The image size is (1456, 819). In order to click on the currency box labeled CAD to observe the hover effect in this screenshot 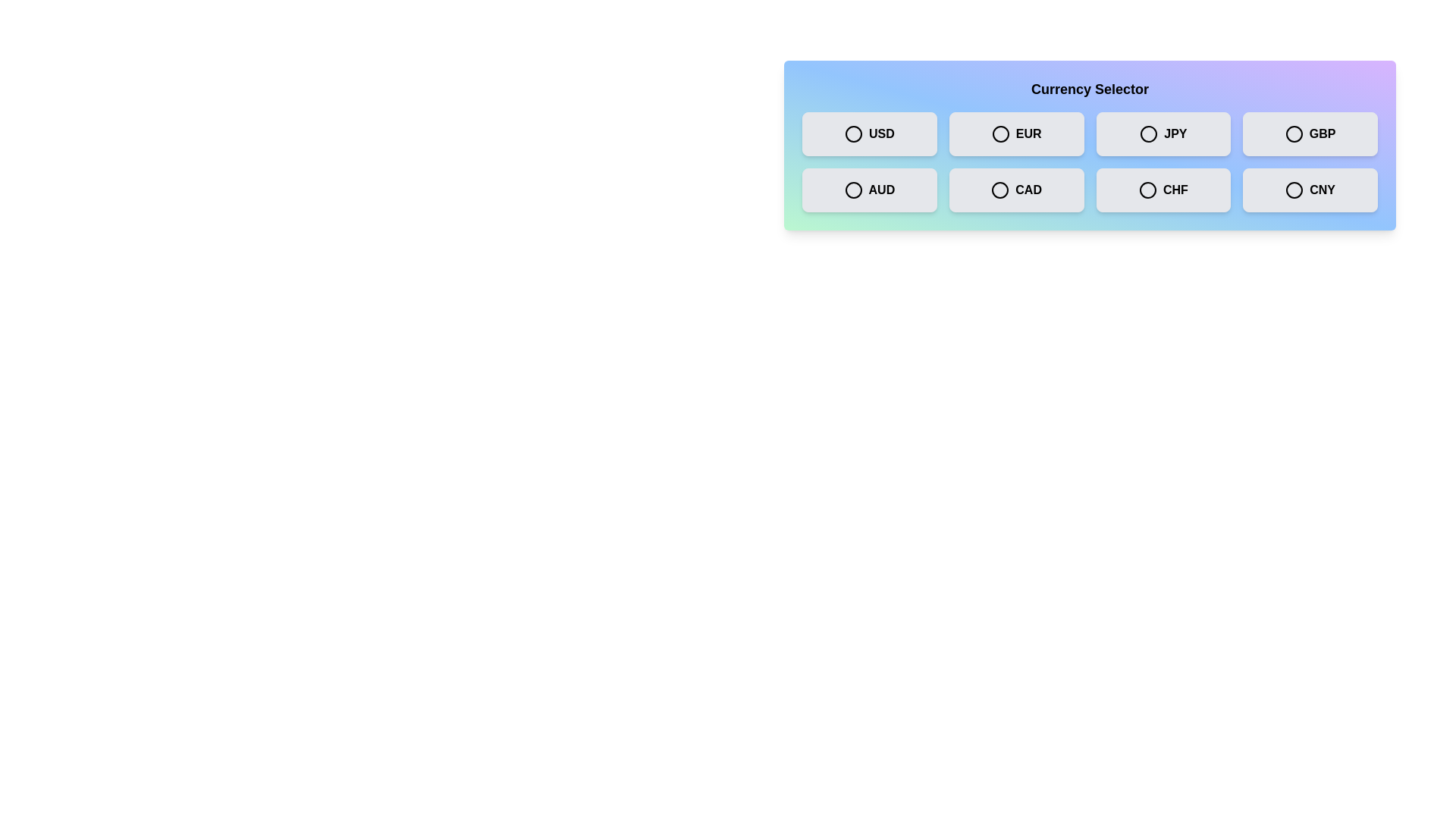, I will do `click(1016, 189)`.